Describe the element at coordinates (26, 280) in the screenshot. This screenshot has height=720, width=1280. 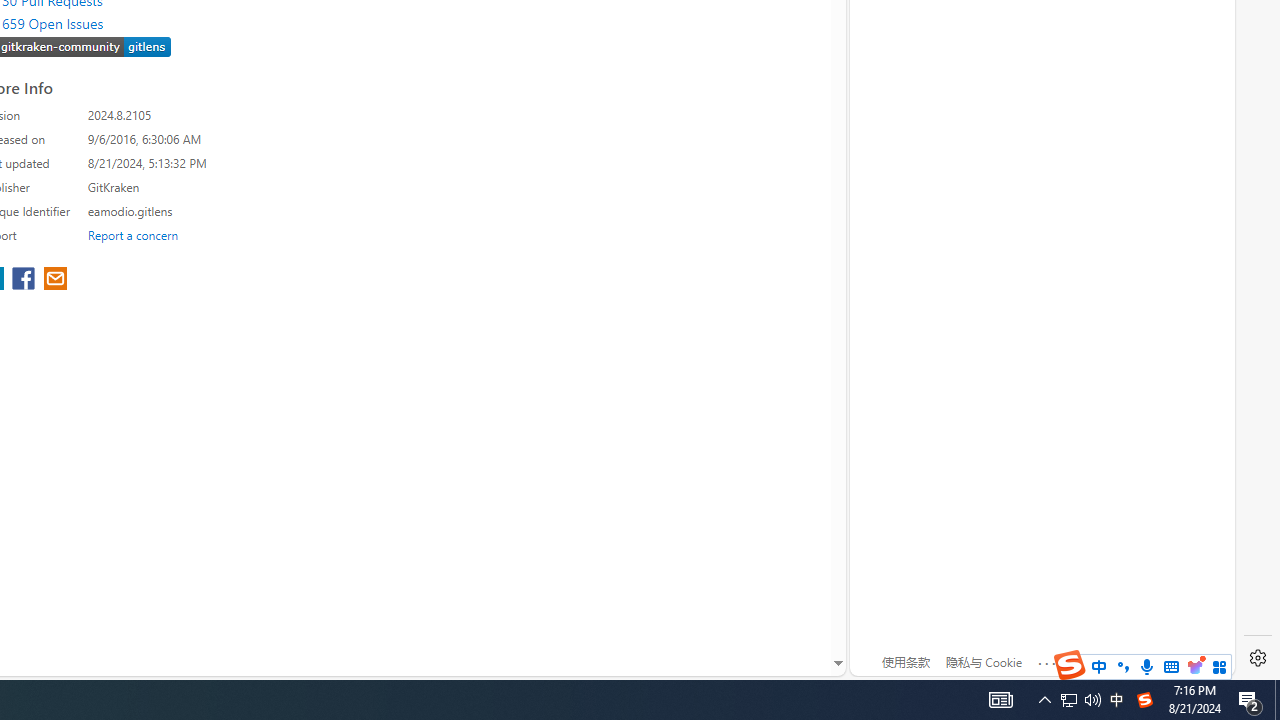
I see `'share extension on facebook'` at that location.